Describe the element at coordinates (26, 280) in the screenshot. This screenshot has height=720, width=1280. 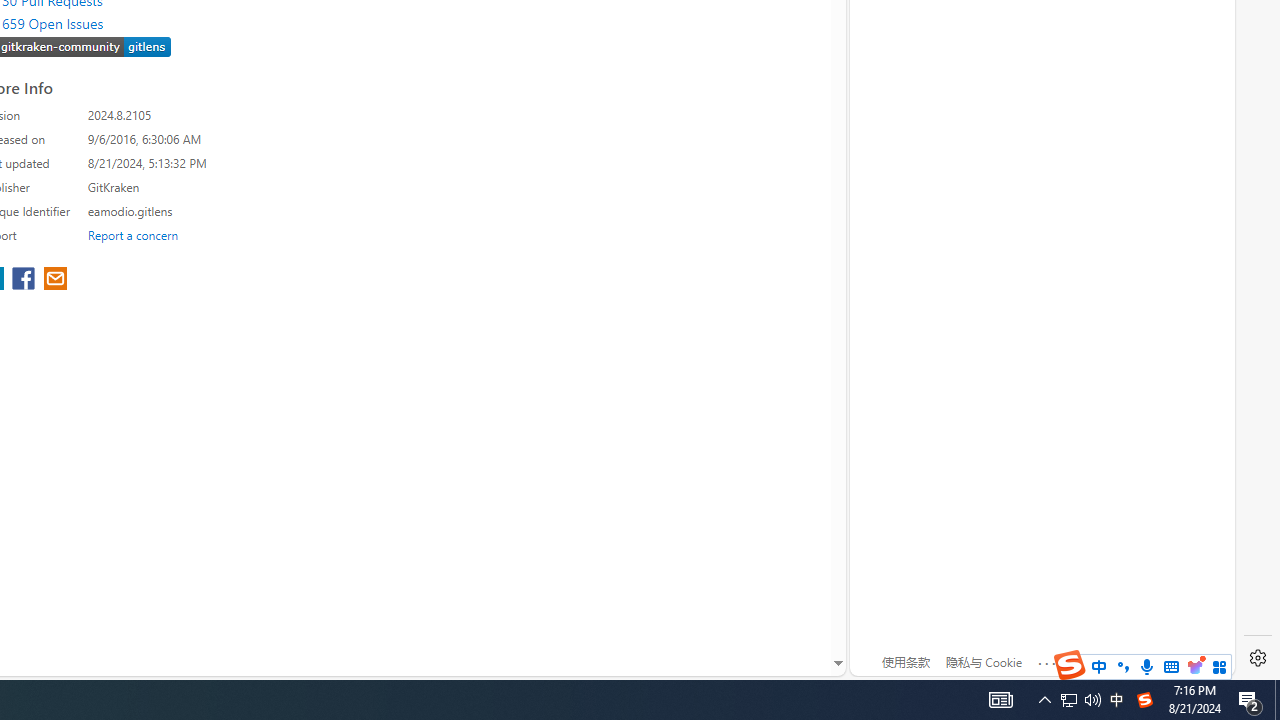
I see `'share extension on facebook'` at that location.